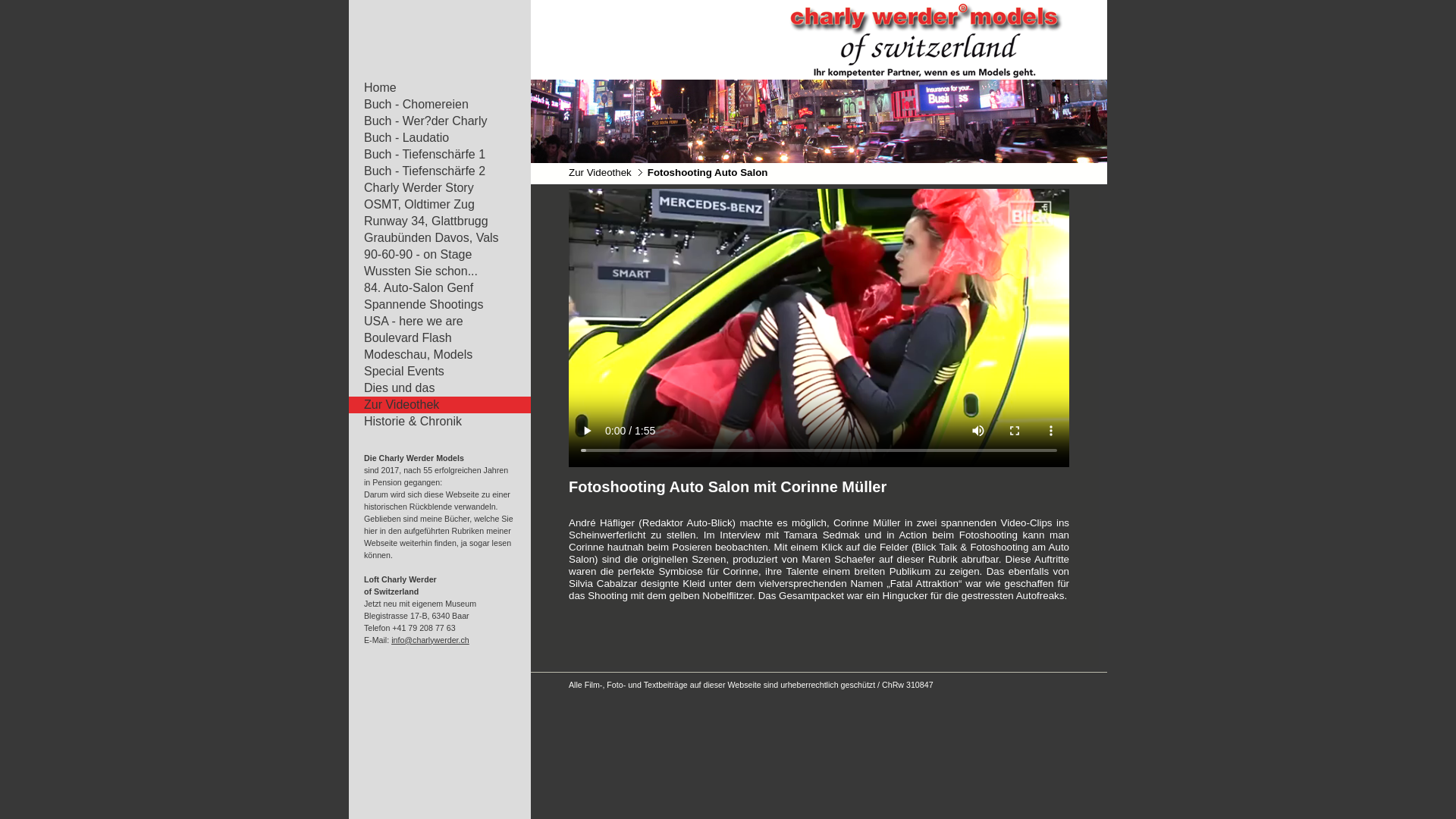 The image size is (1456, 819). I want to click on 'Spannende Shootings', so click(431, 304).